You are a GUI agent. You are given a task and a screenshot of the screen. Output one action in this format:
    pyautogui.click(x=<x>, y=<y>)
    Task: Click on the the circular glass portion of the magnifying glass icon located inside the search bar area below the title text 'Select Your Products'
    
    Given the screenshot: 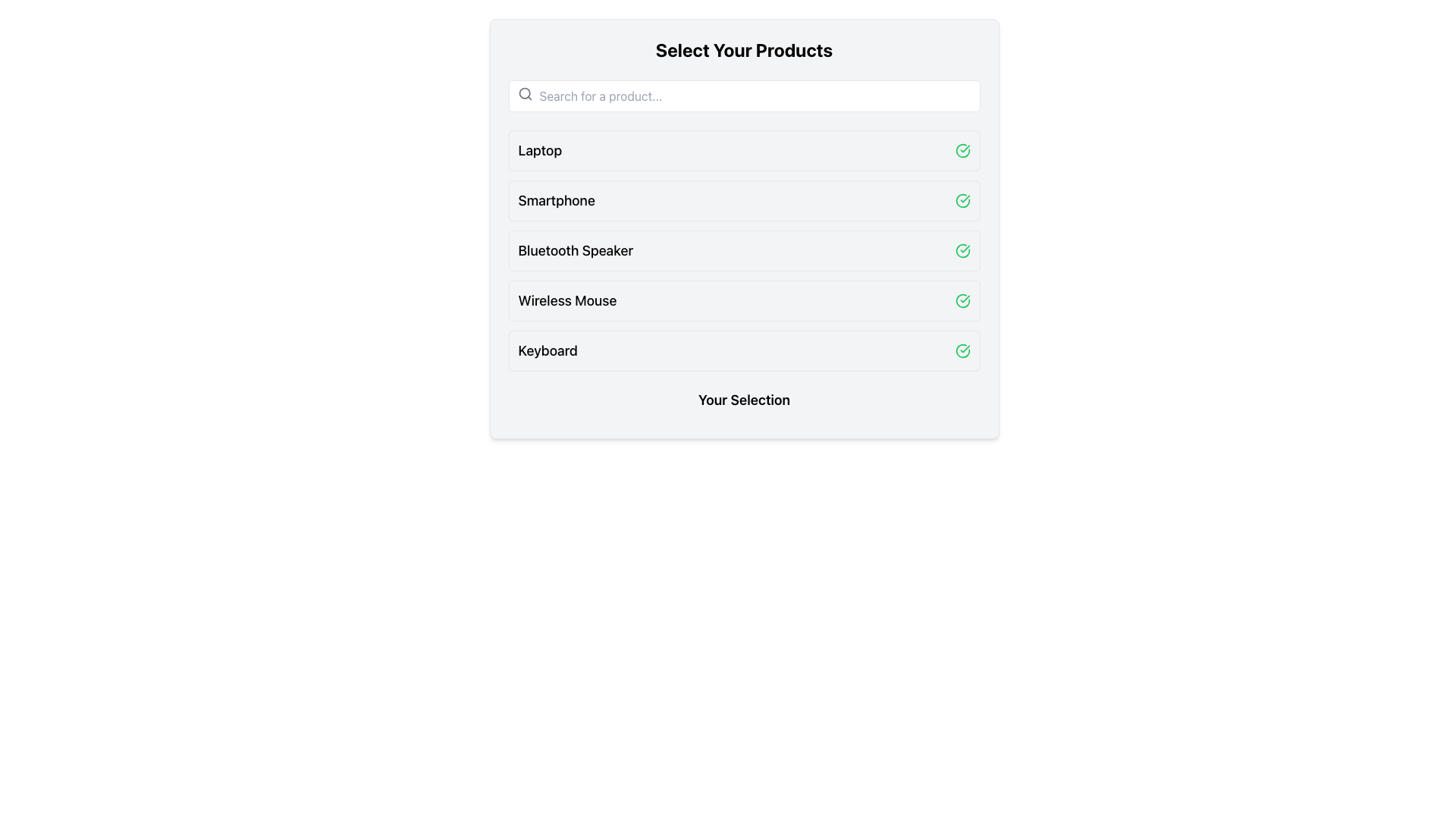 What is the action you would take?
    pyautogui.click(x=524, y=93)
    